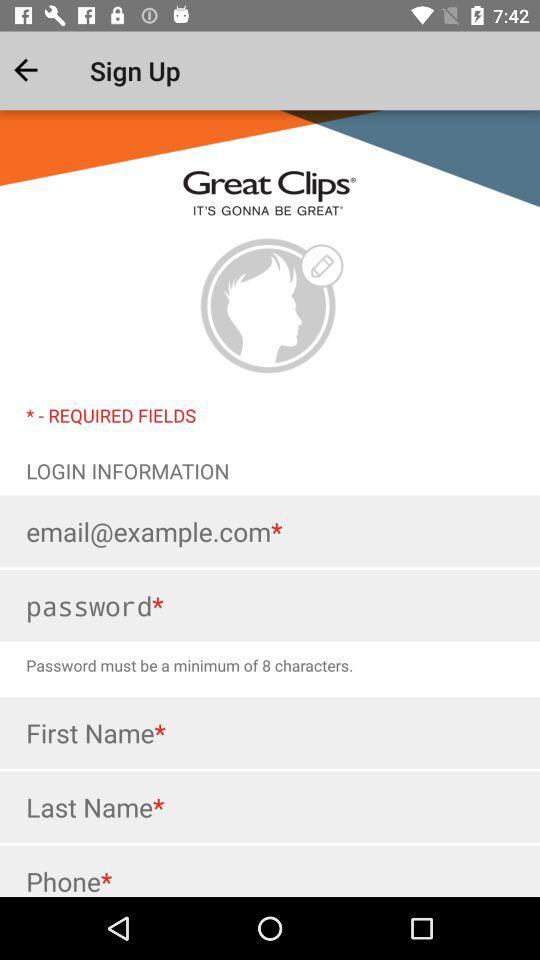 The image size is (540, 960). What do you see at coordinates (270, 870) in the screenshot?
I see `phone number` at bounding box center [270, 870].